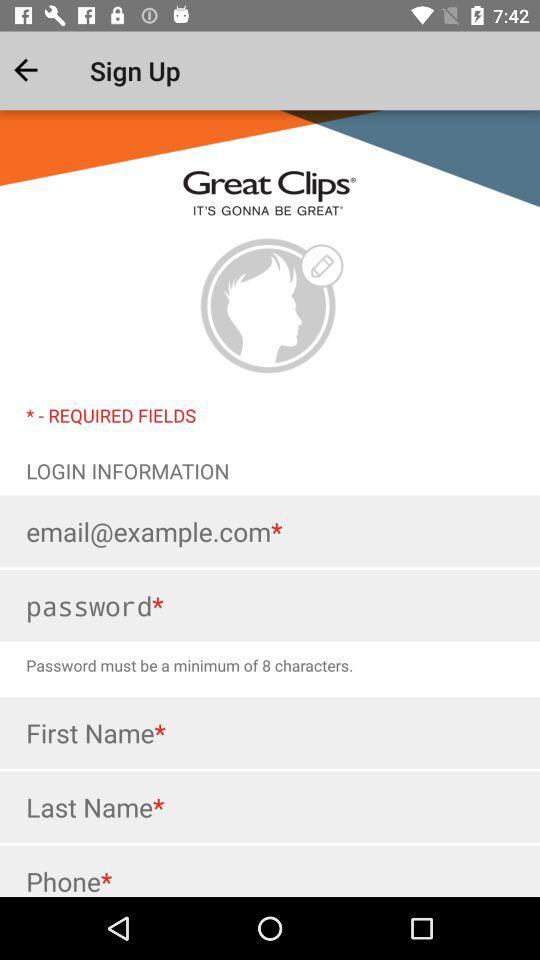 The image size is (540, 960). What do you see at coordinates (270, 870) in the screenshot?
I see `phone number` at bounding box center [270, 870].